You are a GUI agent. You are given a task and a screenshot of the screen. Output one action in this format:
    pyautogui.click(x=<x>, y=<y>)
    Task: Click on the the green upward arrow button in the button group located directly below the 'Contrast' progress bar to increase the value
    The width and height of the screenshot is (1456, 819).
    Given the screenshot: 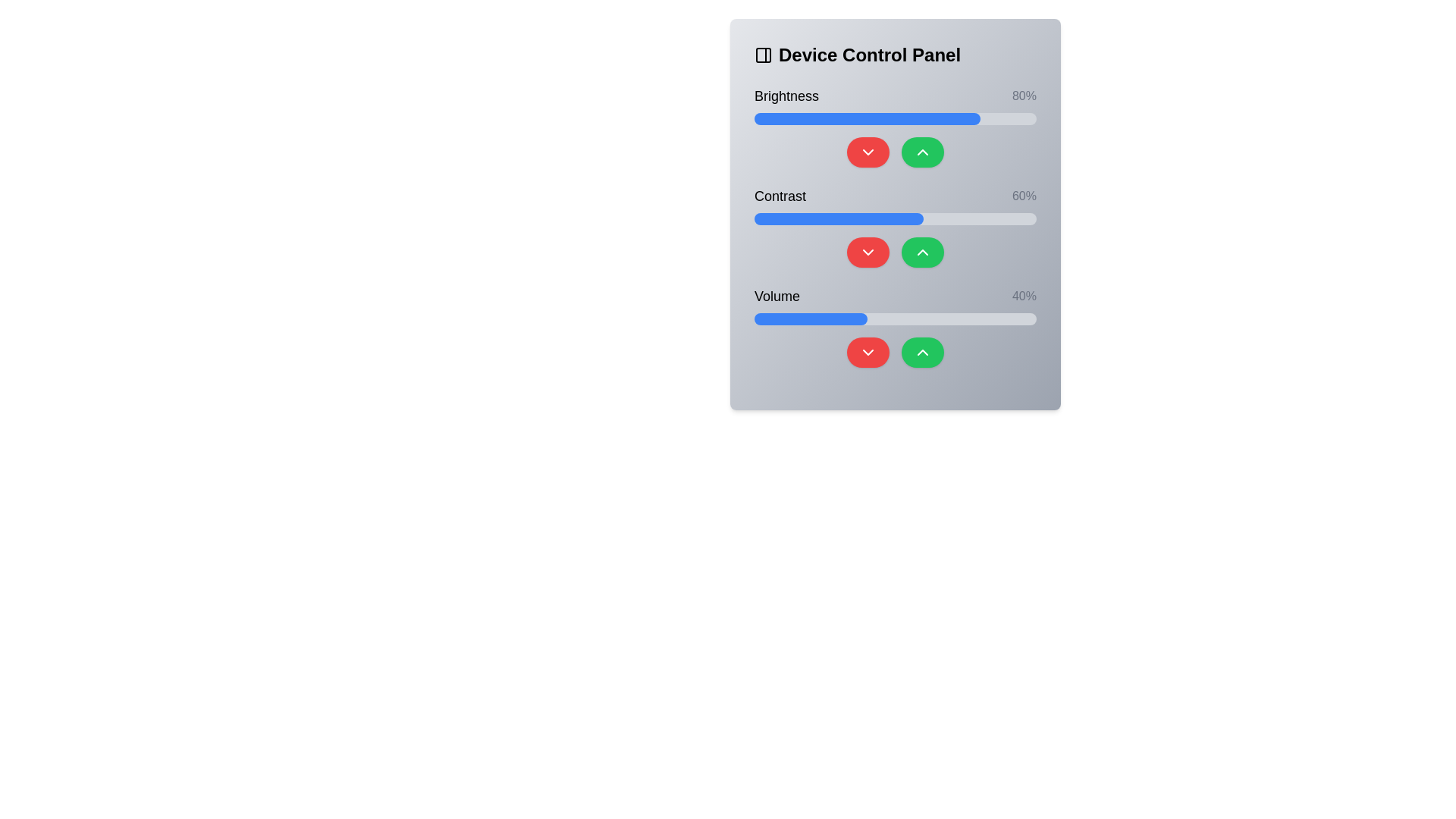 What is the action you would take?
    pyautogui.click(x=895, y=251)
    